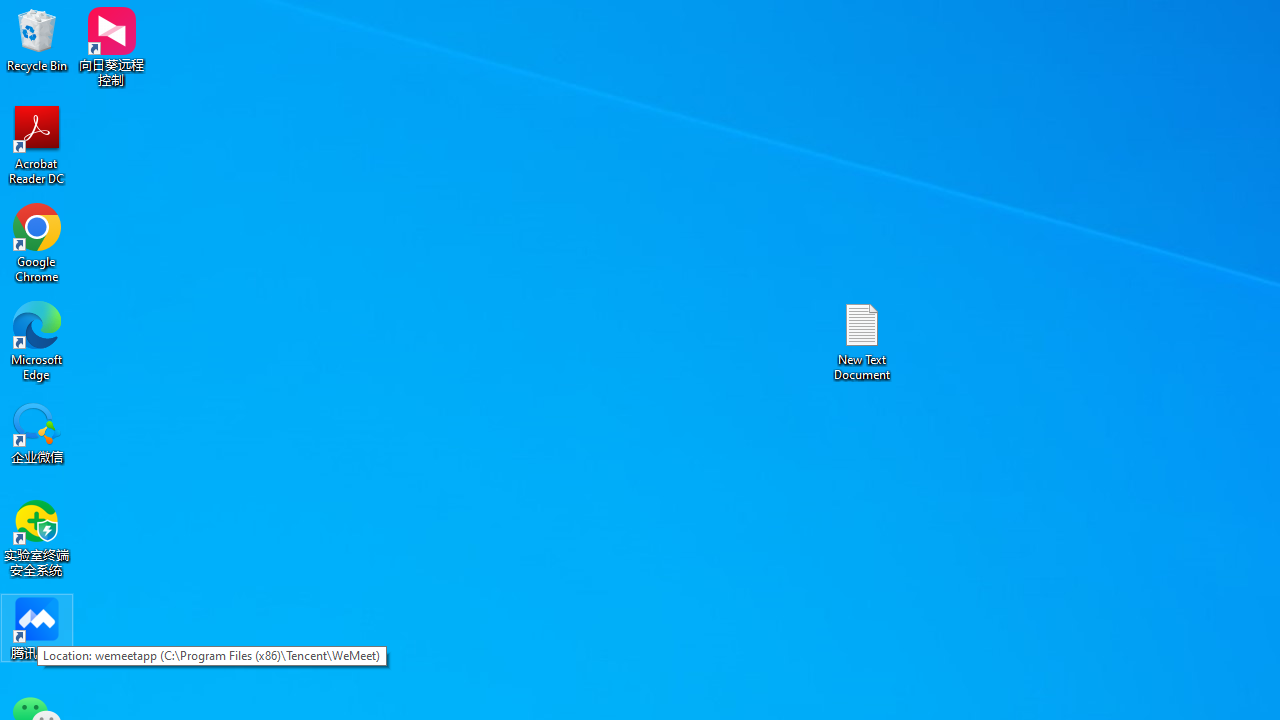 The image size is (1280, 720). I want to click on 'Microsoft Edge', so click(37, 340).